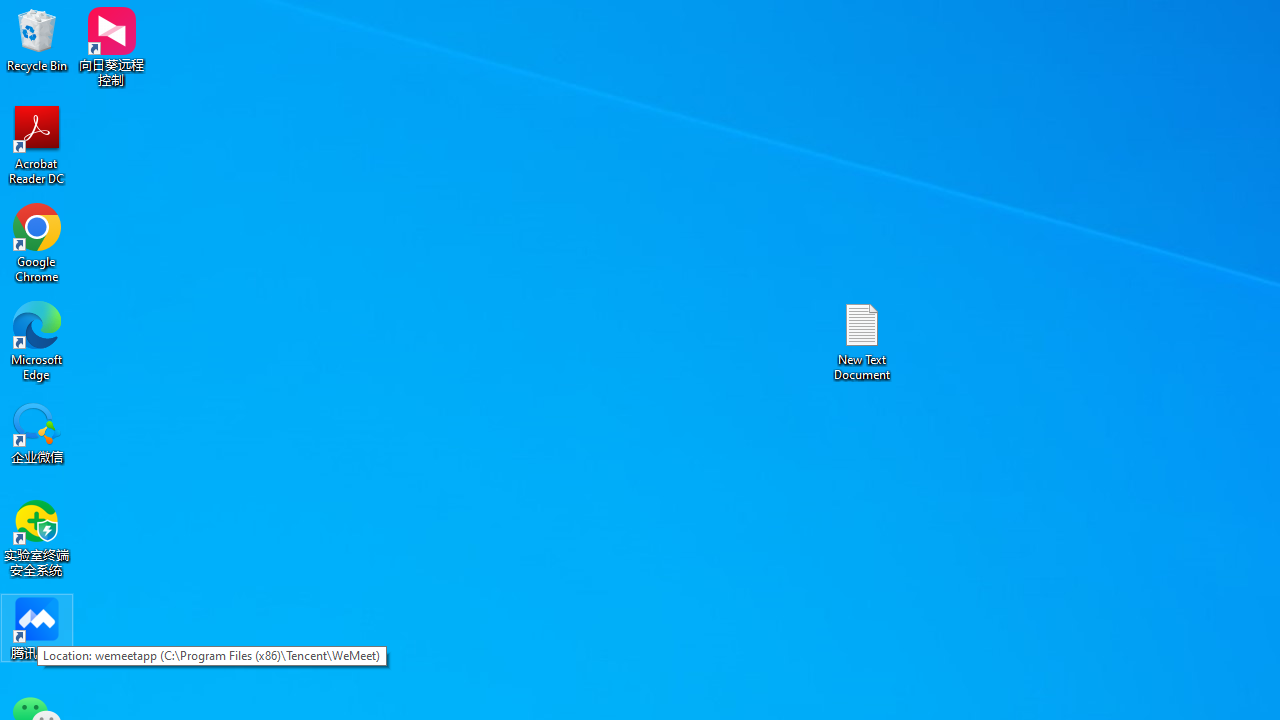 The image size is (1280, 720). I want to click on 'Microsoft Edge', so click(37, 340).